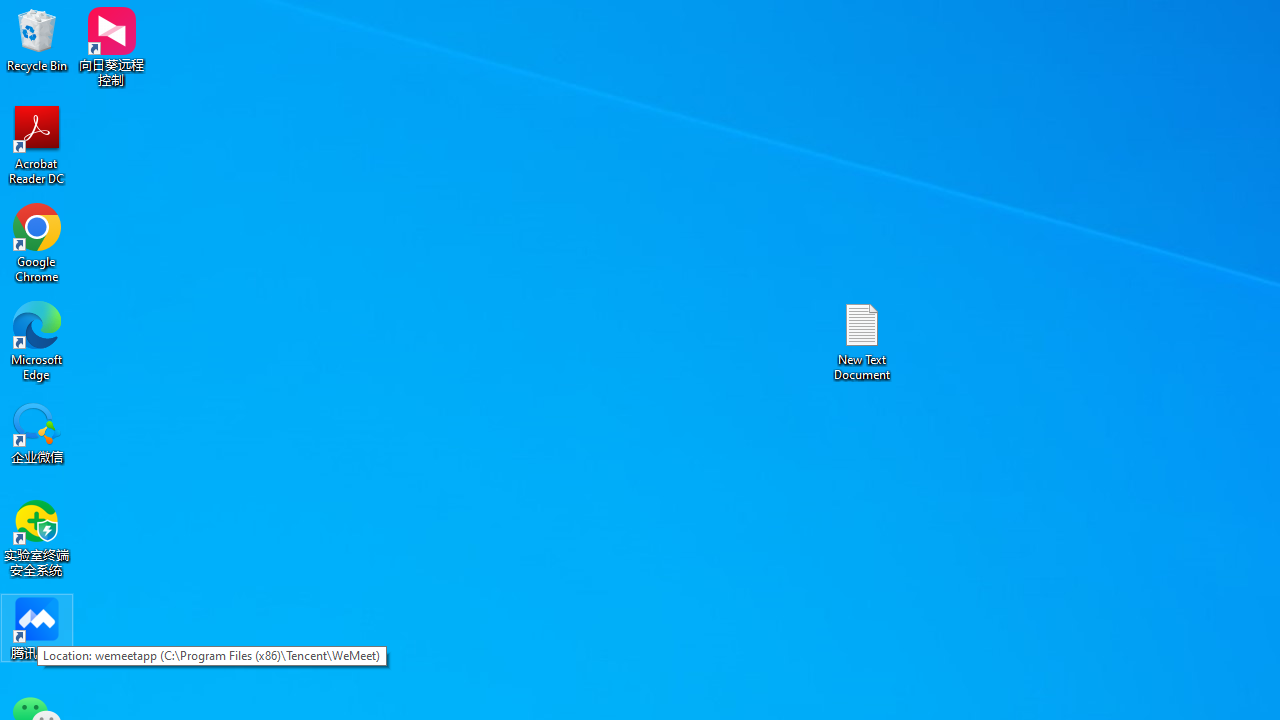 The image size is (1280, 720). I want to click on 'Microsoft Edge', so click(37, 340).